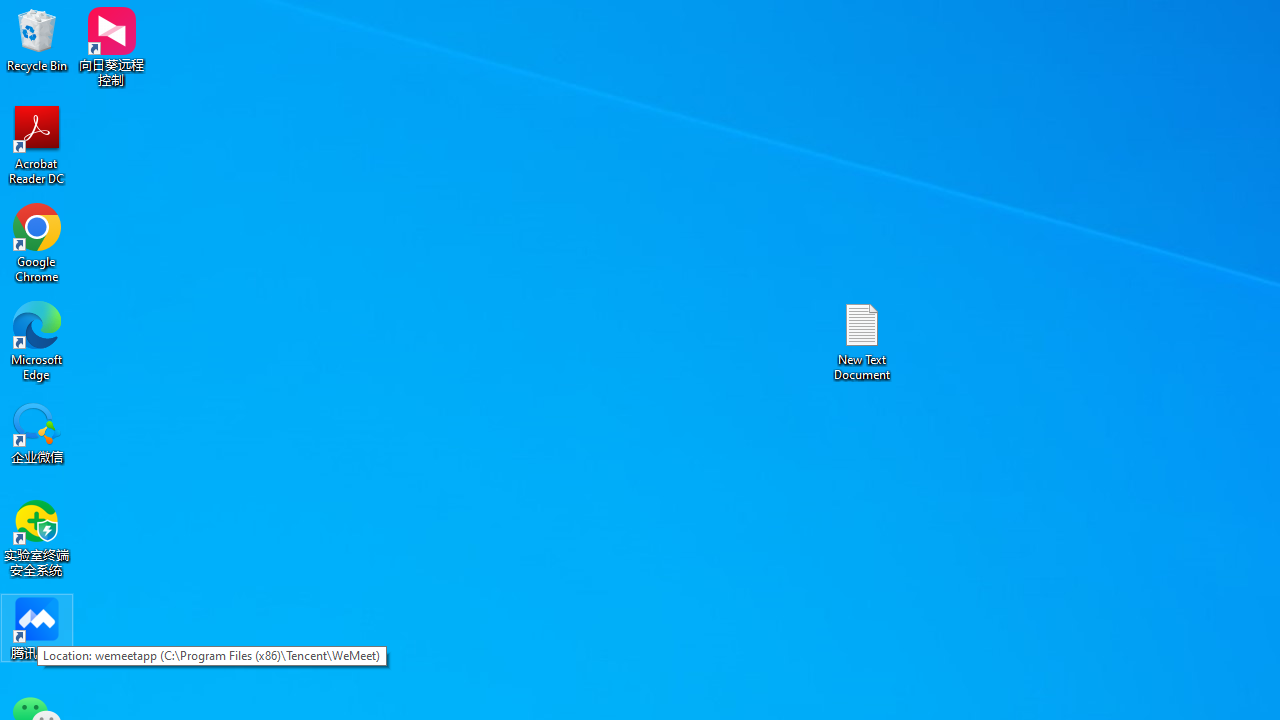 The image size is (1280, 720). I want to click on 'Microsoft Edge', so click(37, 340).